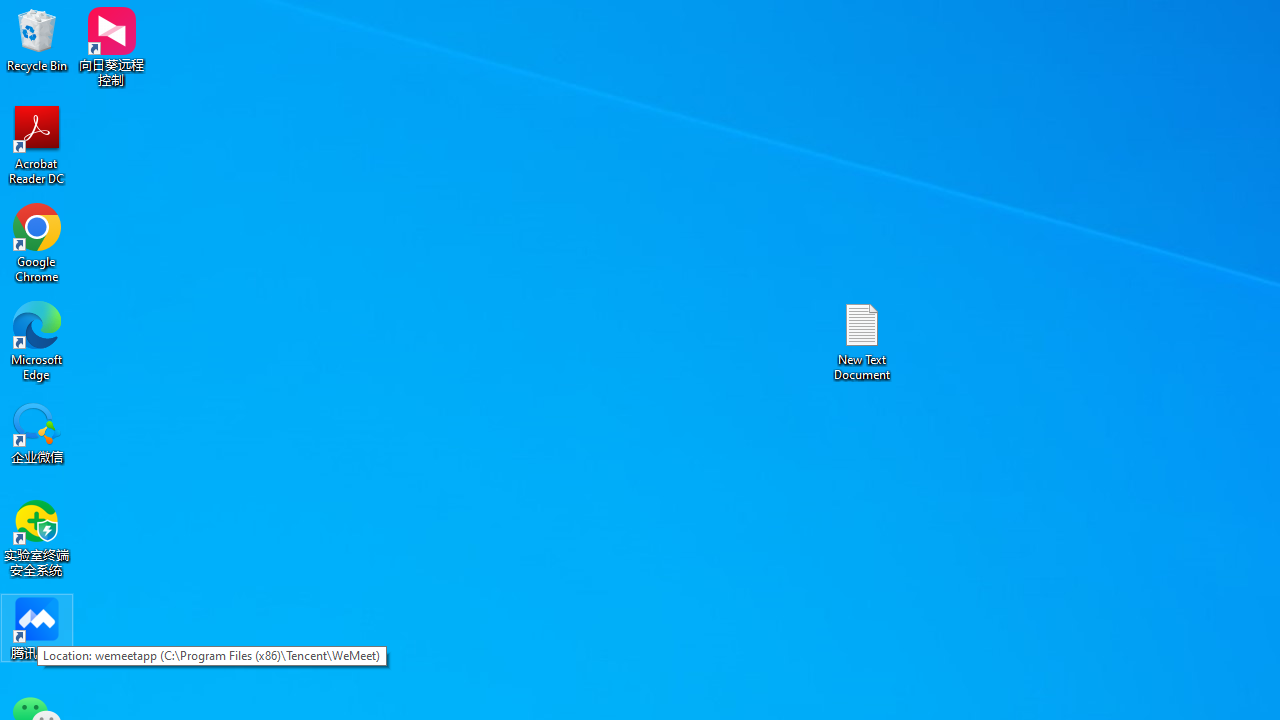 The image size is (1280, 720). I want to click on 'Microsoft Edge', so click(37, 340).